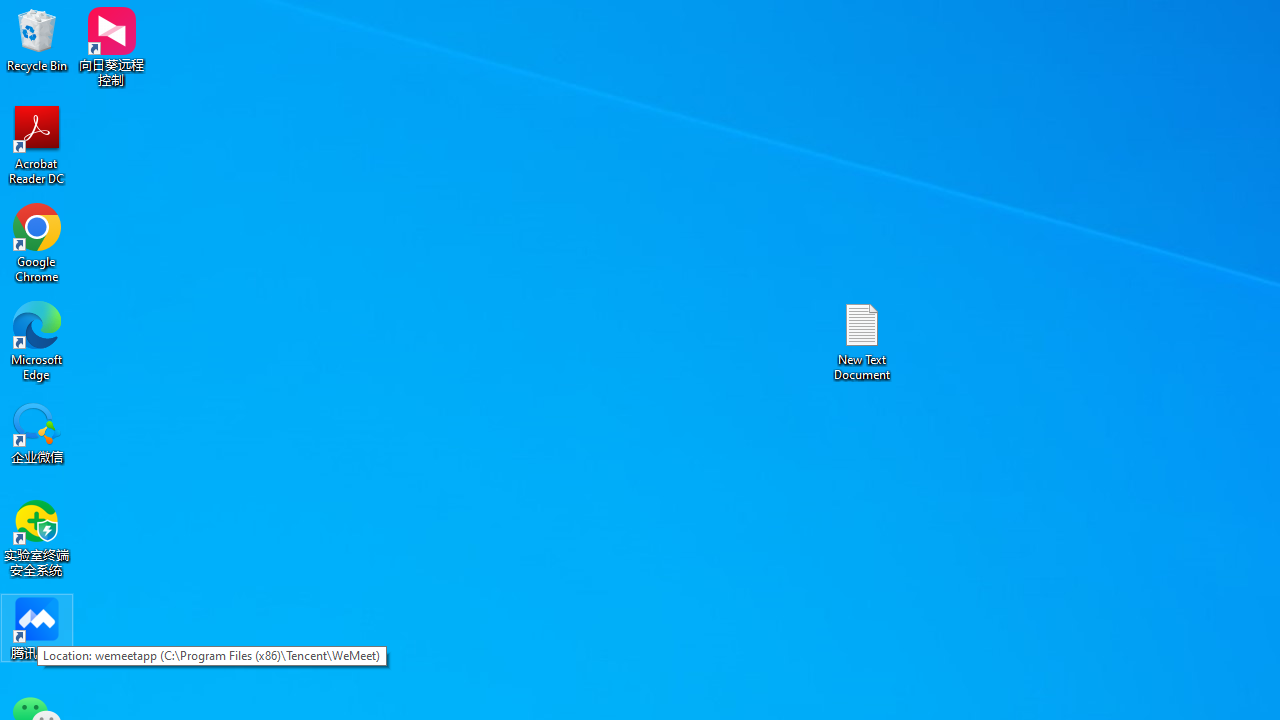 The image size is (1280, 720). I want to click on 'Microsoft Edge', so click(37, 340).